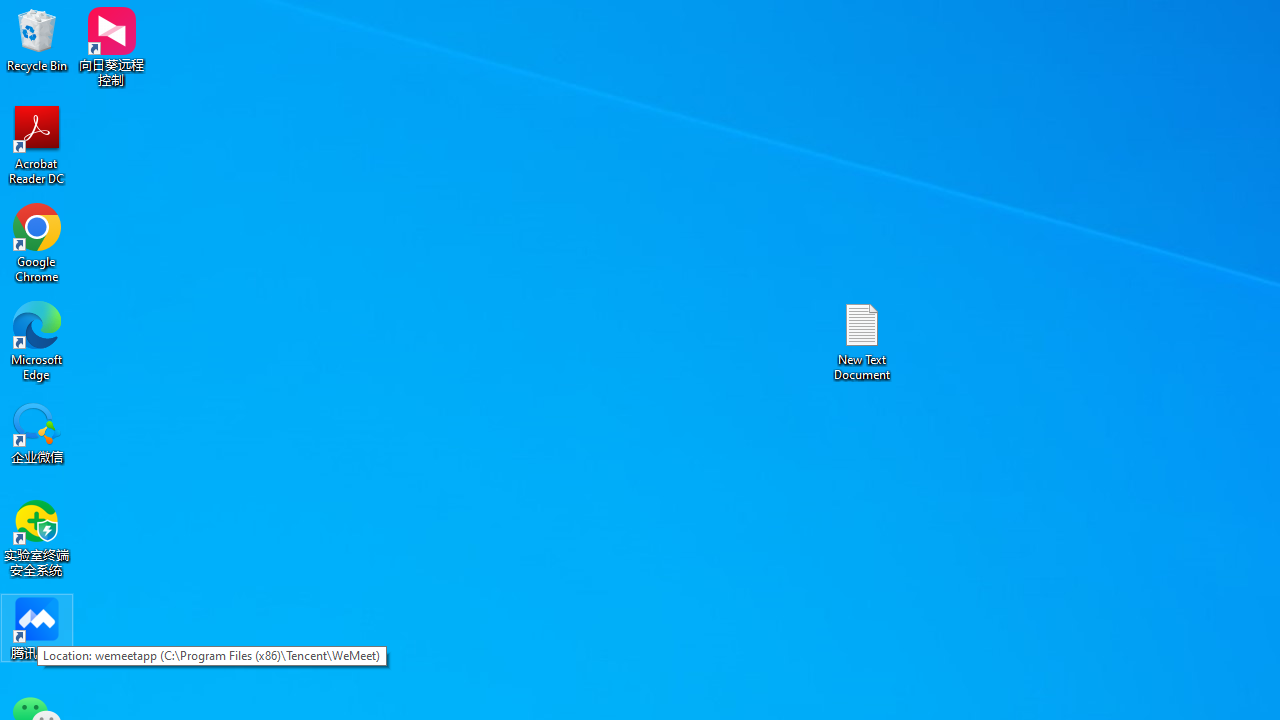 The image size is (1280, 720). I want to click on 'Microsoft Edge', so click(37, 340).